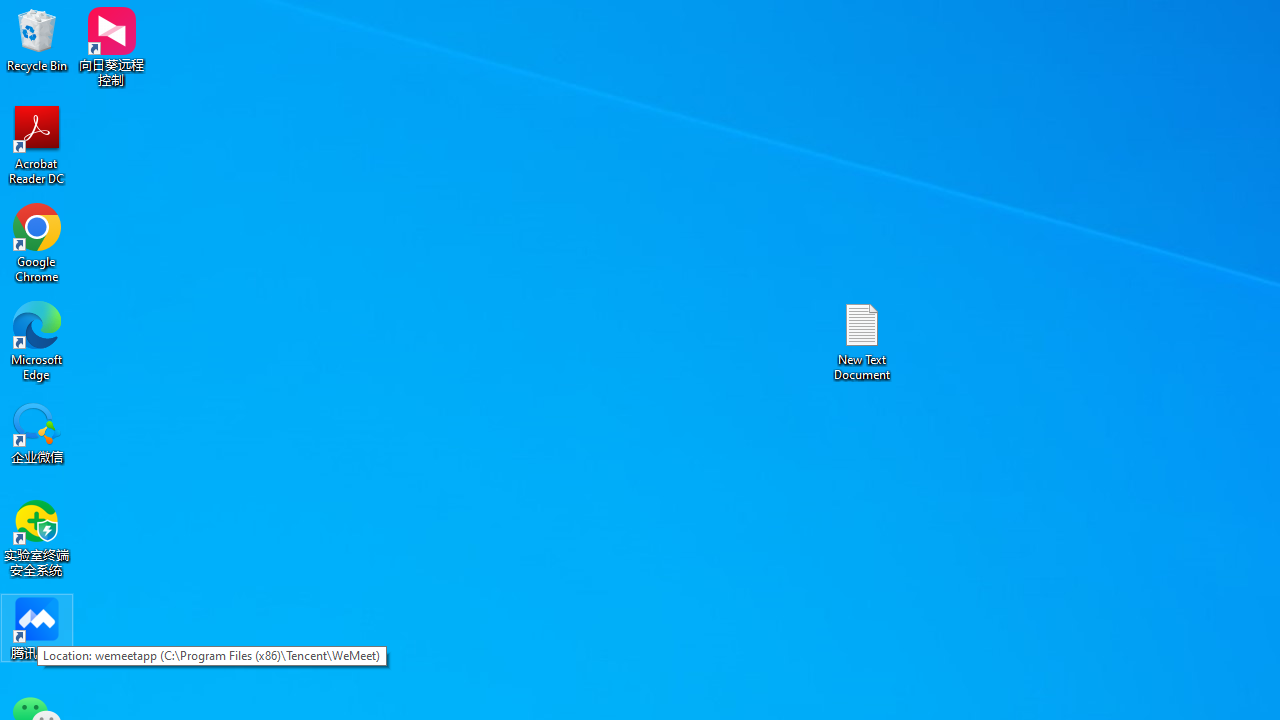 The image size is (1280, 720). I want to click on 'Microsoft Edge', so click(37, 340).